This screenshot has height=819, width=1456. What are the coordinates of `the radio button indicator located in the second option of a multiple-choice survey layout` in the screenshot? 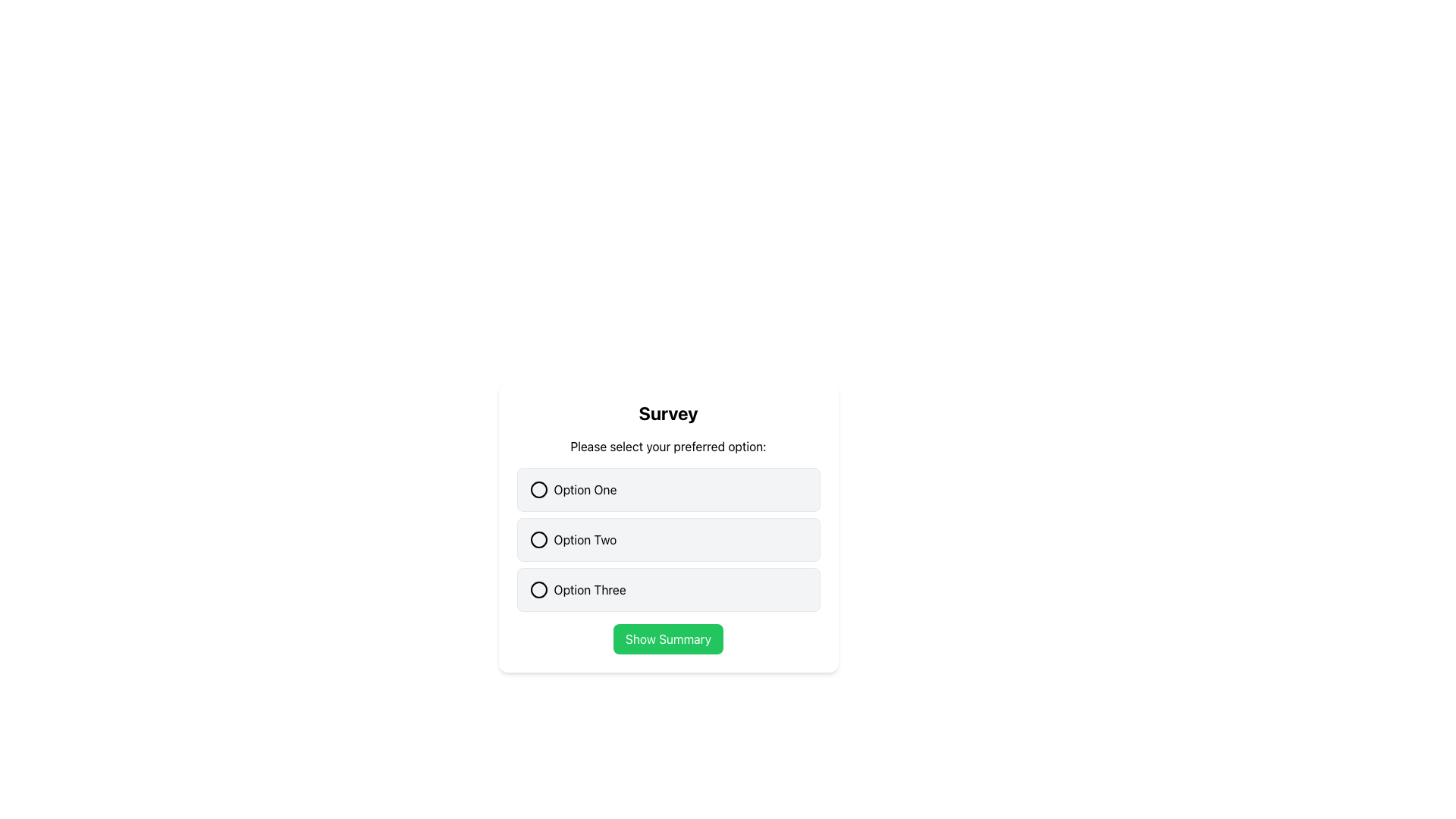 It's located at (538, 539).